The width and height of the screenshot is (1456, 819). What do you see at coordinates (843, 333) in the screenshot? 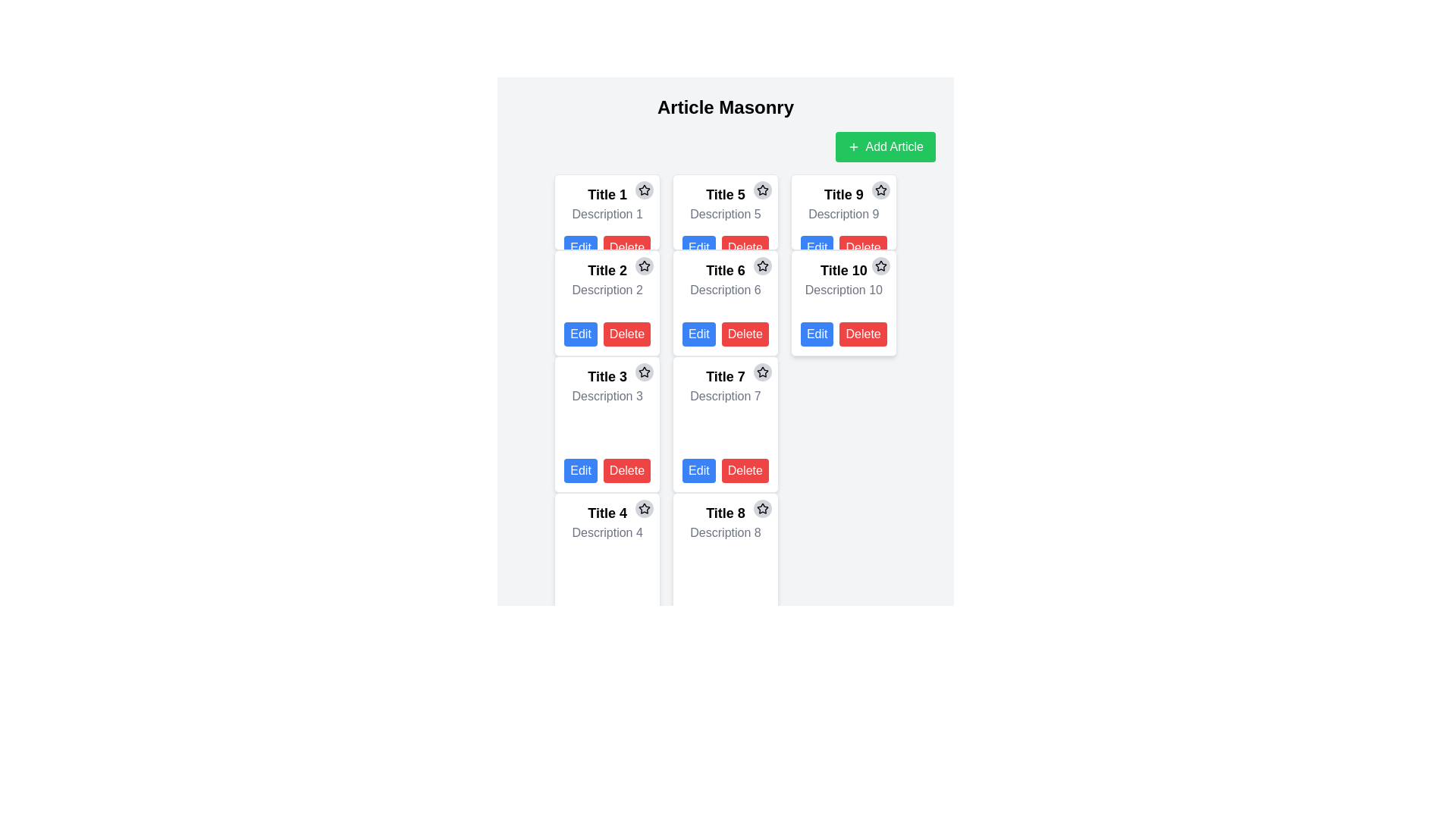
I see `the button group located at the bottom-right area of the card labeled 'Title 10'` at bounding box center [843, 333].